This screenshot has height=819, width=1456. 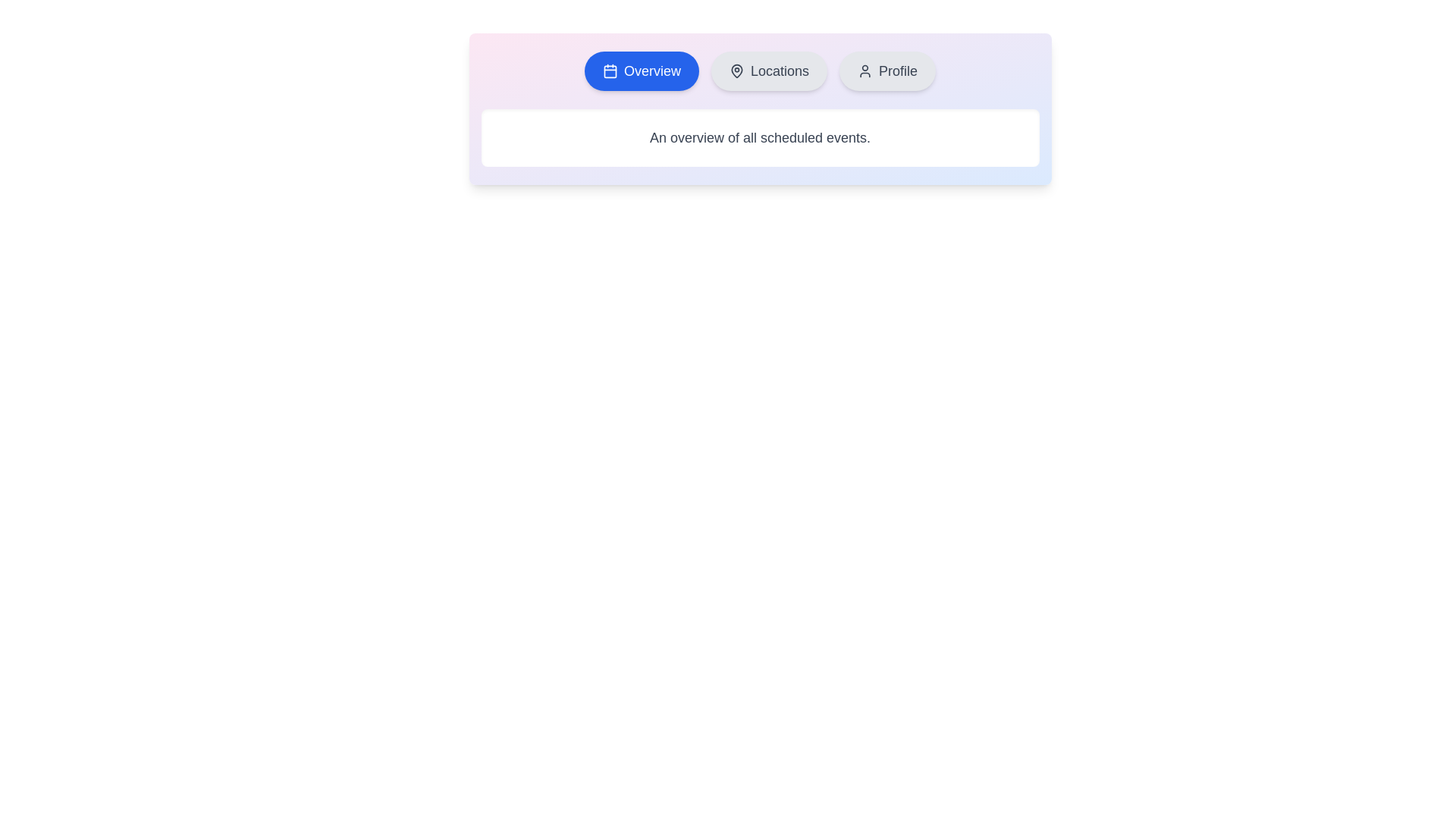 What do you see at coordinates (642, 71) in the screenshot?
I see `the tab labeled Overview` at bounding box center [642, 71].